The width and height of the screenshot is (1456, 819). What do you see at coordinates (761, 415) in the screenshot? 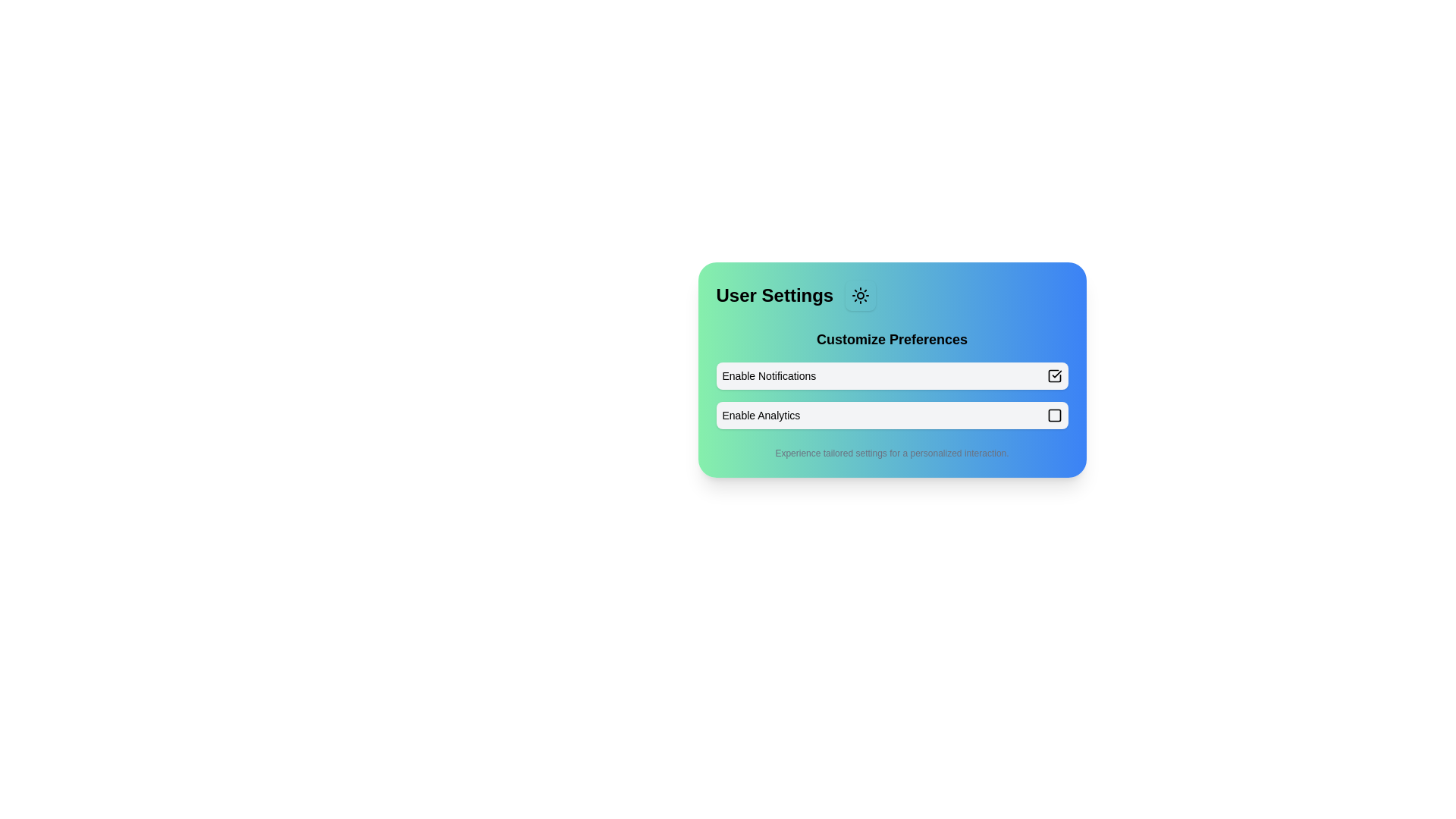
I see `the 'Enable Analytics' text label, which is styled with a smaller font and medium weight, positioned within a rectangular user interface component with a light background and rounded corners` at bounding box center [761, 415].